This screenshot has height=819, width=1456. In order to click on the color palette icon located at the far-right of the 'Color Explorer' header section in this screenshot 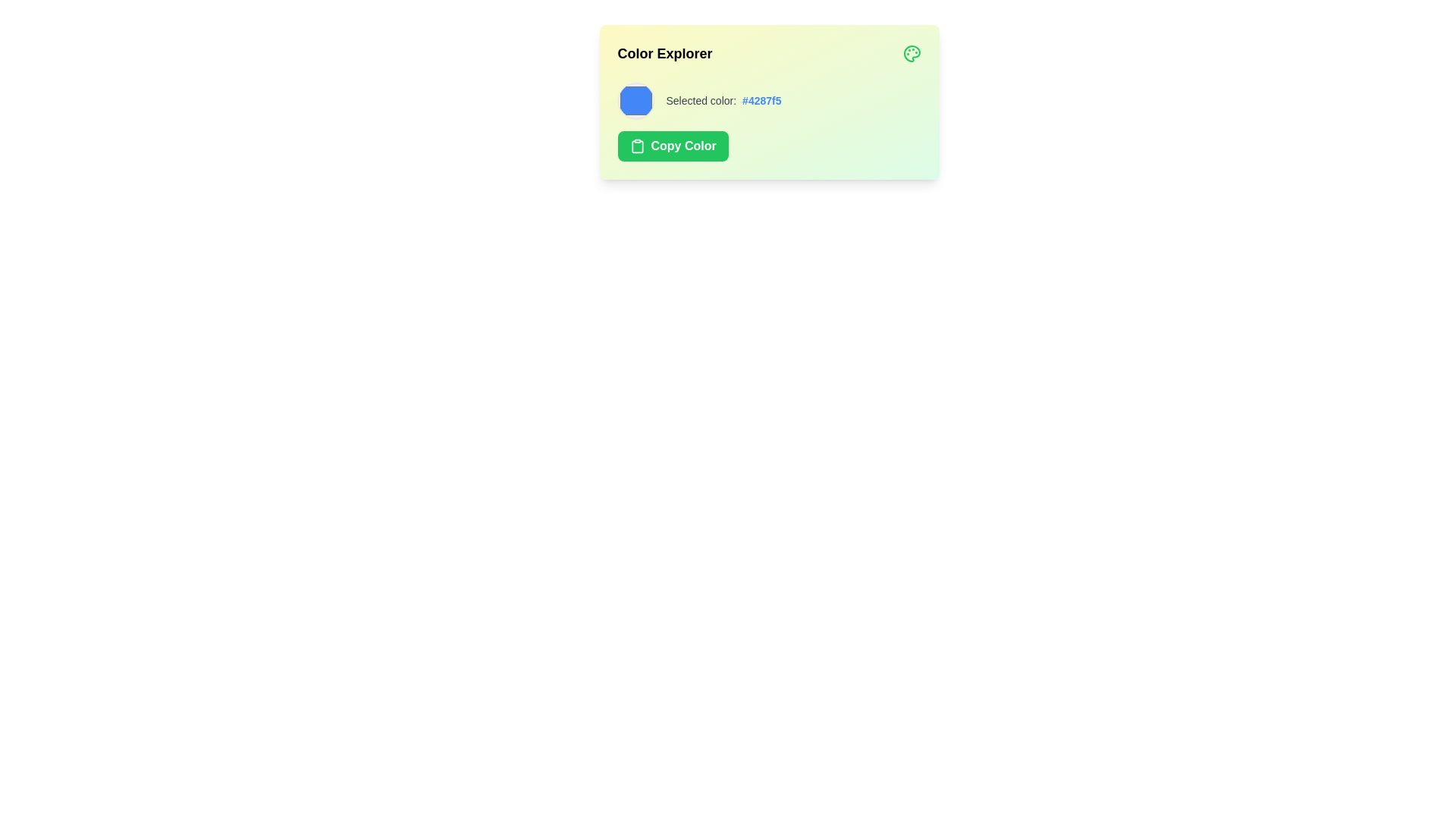, I will do `click(911, 52)`.